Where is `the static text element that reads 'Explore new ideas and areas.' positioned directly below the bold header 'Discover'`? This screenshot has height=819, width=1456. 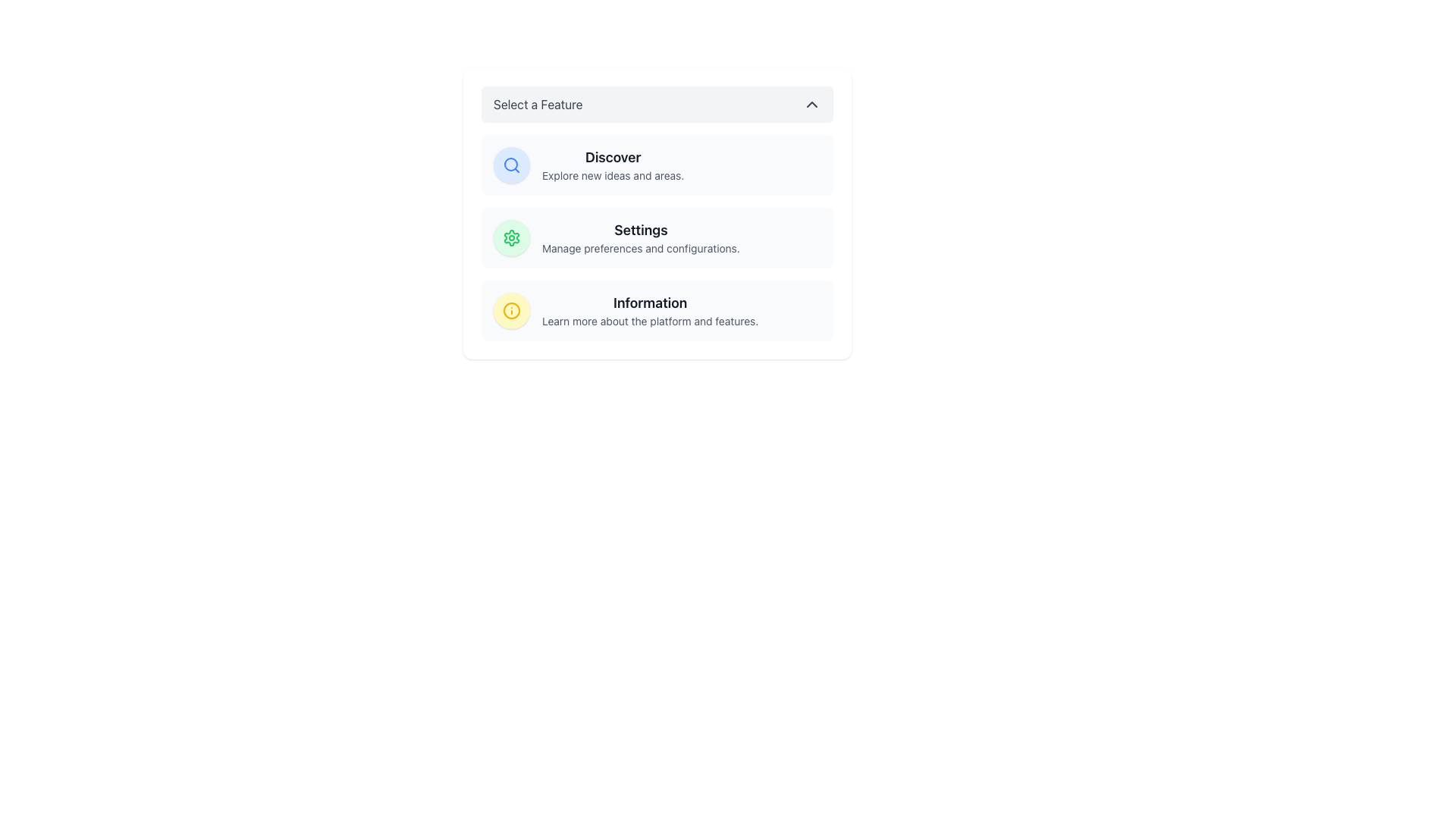
the static text element that reads 'Explore new ideas and areas.' positioned directly below the bold header 'Discover' is located at coordinates (613, 174).